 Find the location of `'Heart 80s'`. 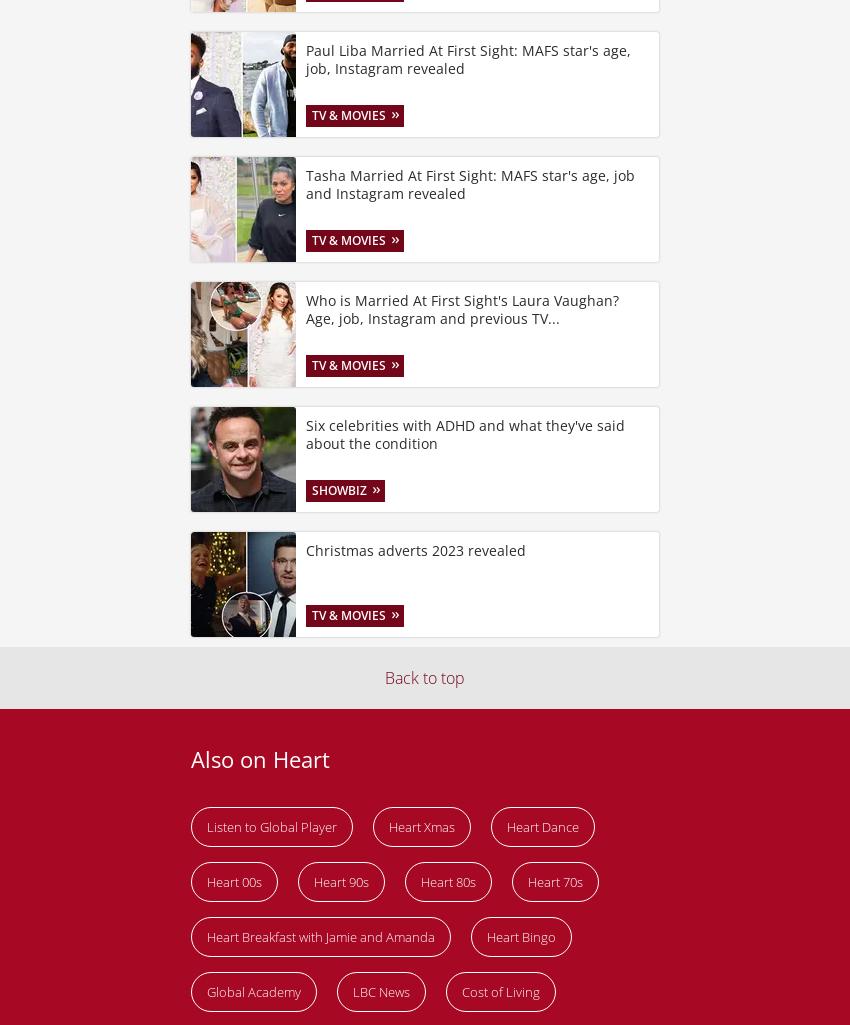

'Heart 80s' is located at coordinates (447, 880).